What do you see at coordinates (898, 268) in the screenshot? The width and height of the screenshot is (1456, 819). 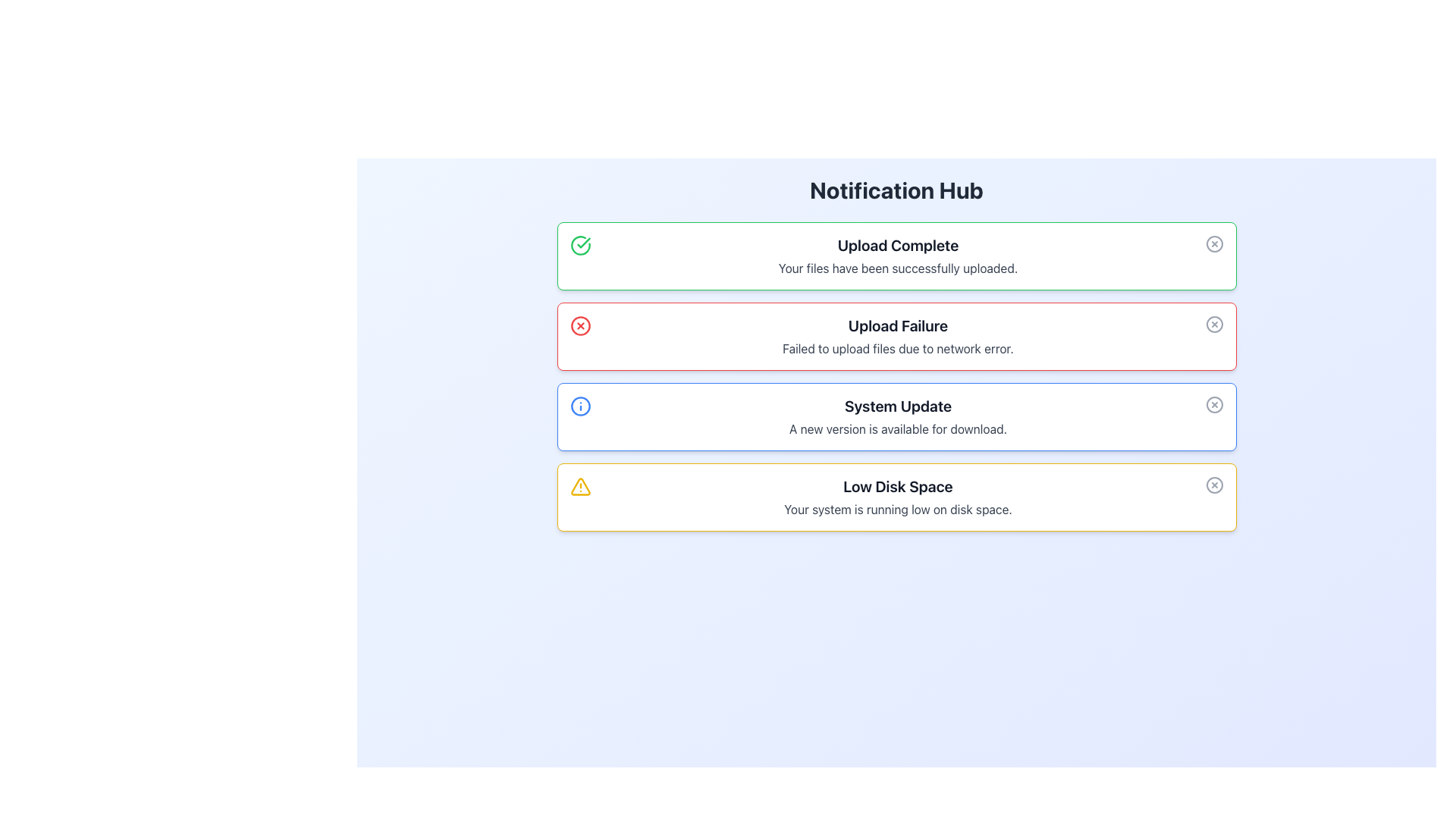 I see `the text element that informs the user about the successful completion of a file upload operation, located directly beneath the 'Upload Complete' bold text in the notification area` at bounding box center [898, 268].